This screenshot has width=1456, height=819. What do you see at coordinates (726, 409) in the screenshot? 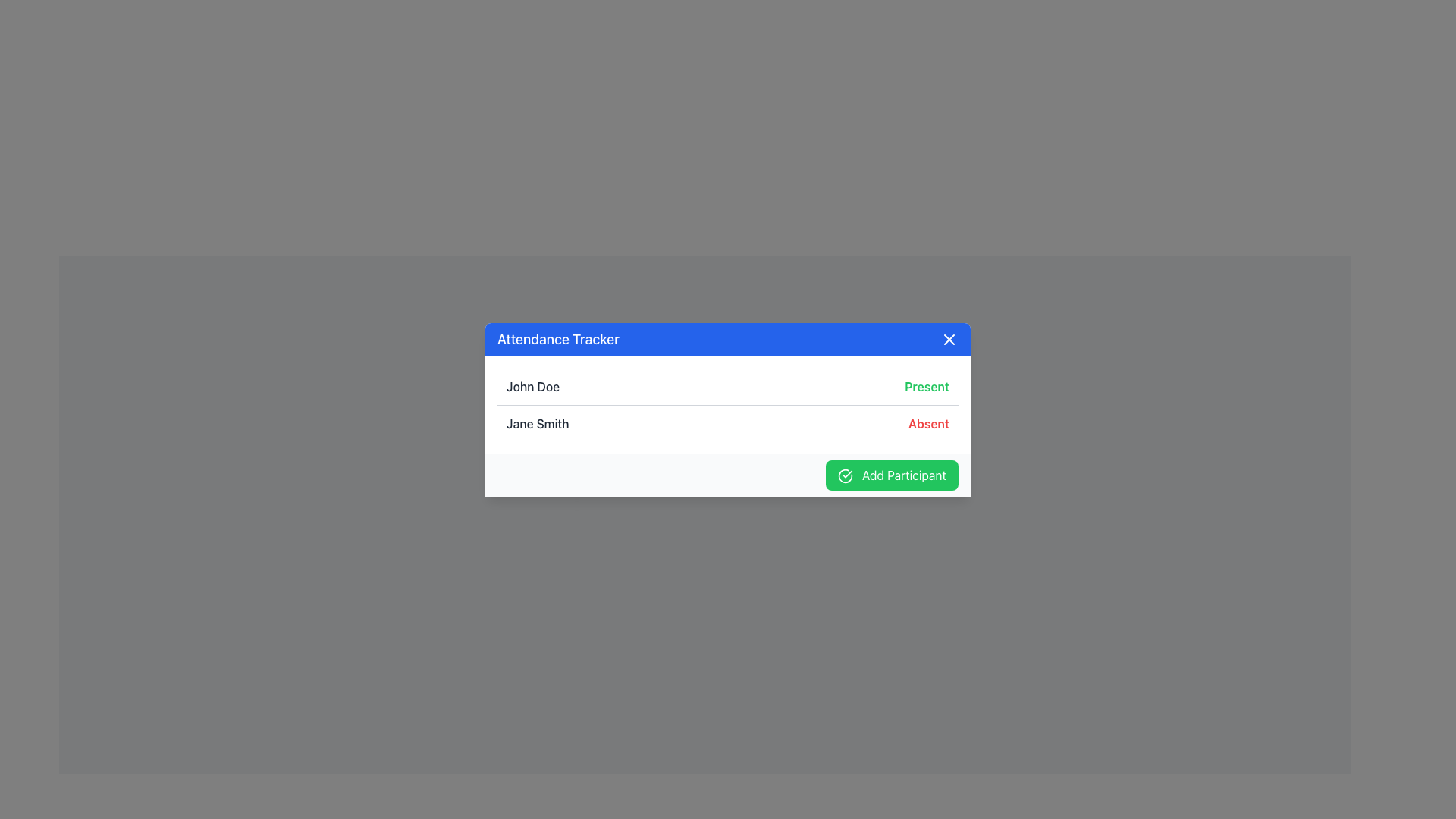
I see `within the list of participants in the Attendance Tracker modal dialog` at bounding box center [726, 409].